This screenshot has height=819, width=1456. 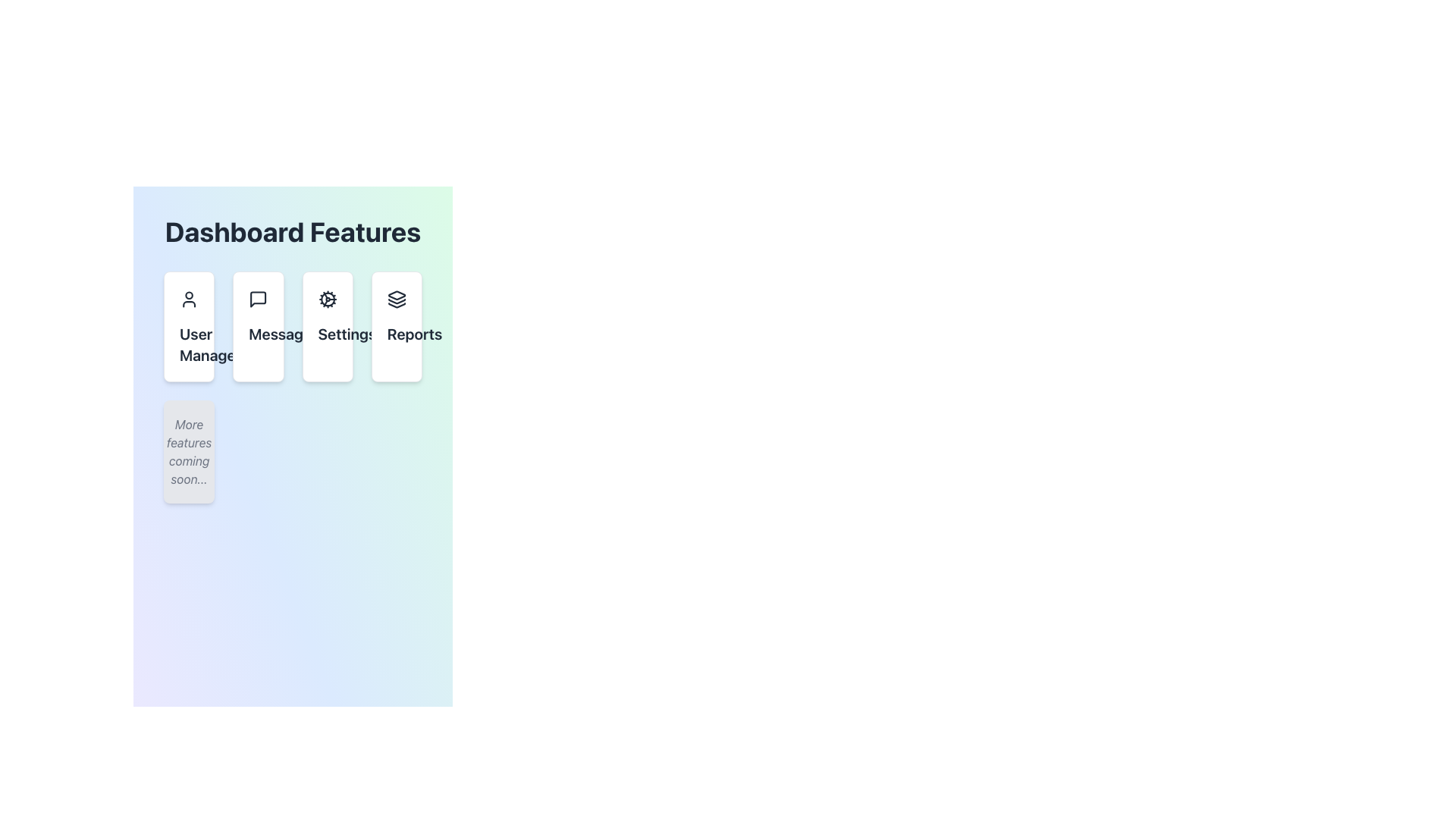 I want to click on the messaging icon located in the second card from the left in the 'Dashboard Features' section, so click(x=258, y=299).